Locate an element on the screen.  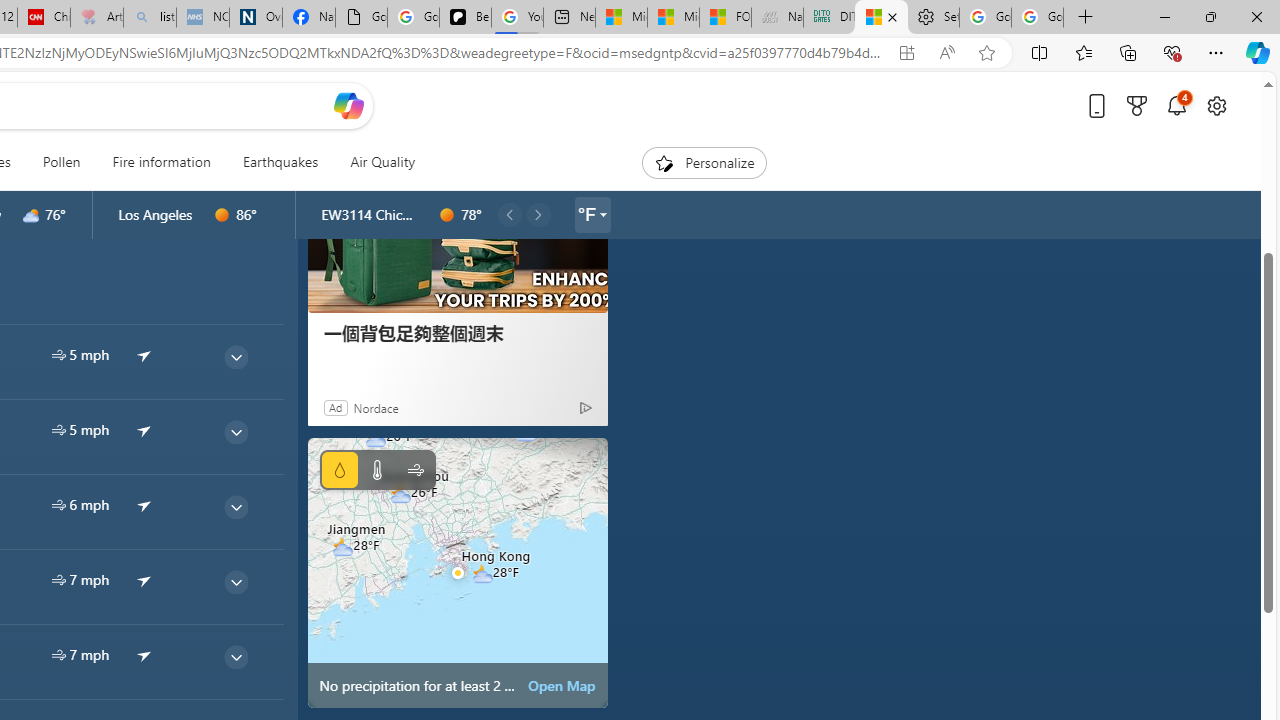
'static map image of vector map' is located at coordinates (456, 572).